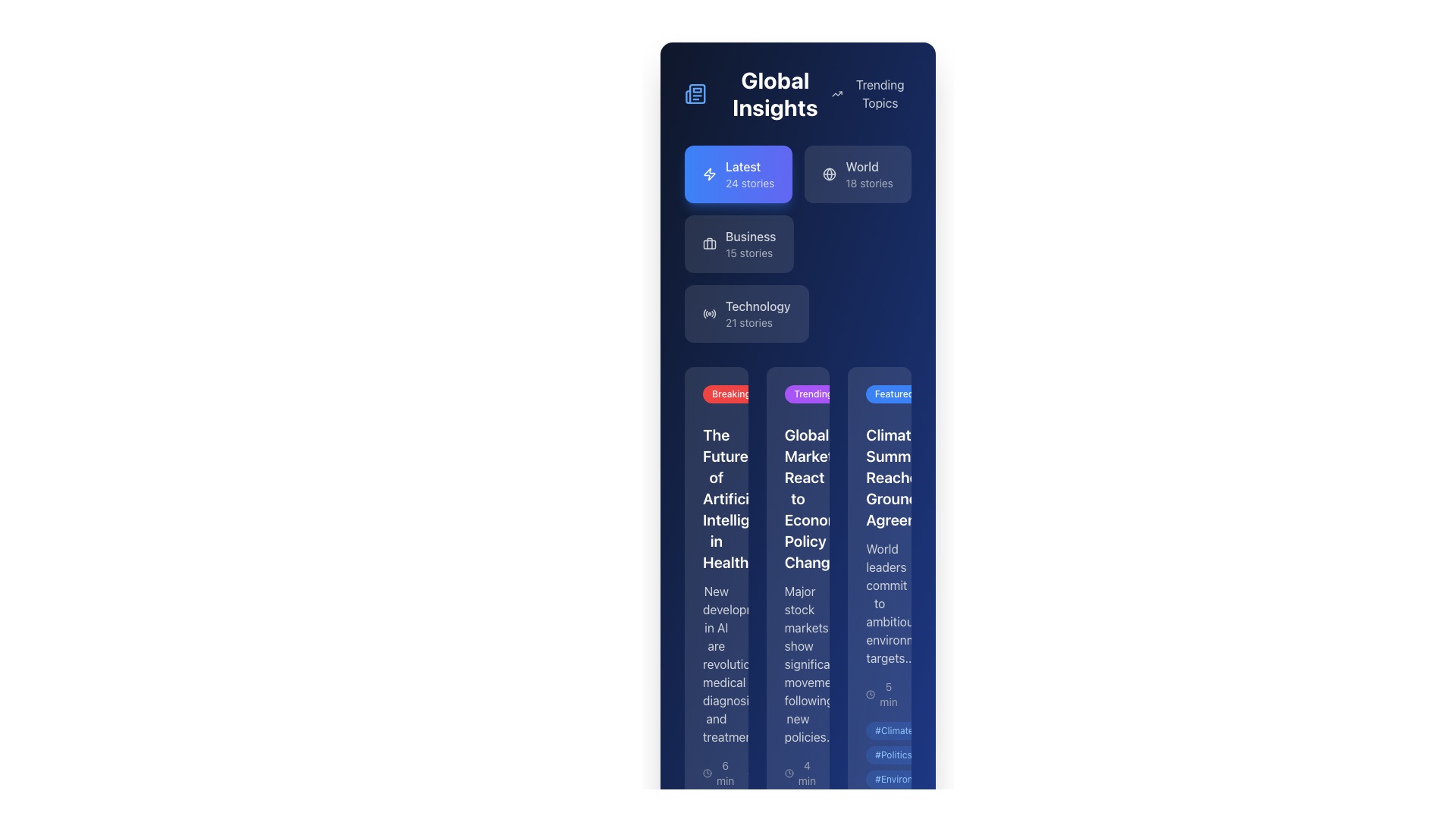 The width and height of the screenshot is (1456, 819). Describe the element at coordinates (871, 694) in the screenshot. I see `the time icon located on the left side of the '5 min' label at the bottom section of the news article card` at that location.